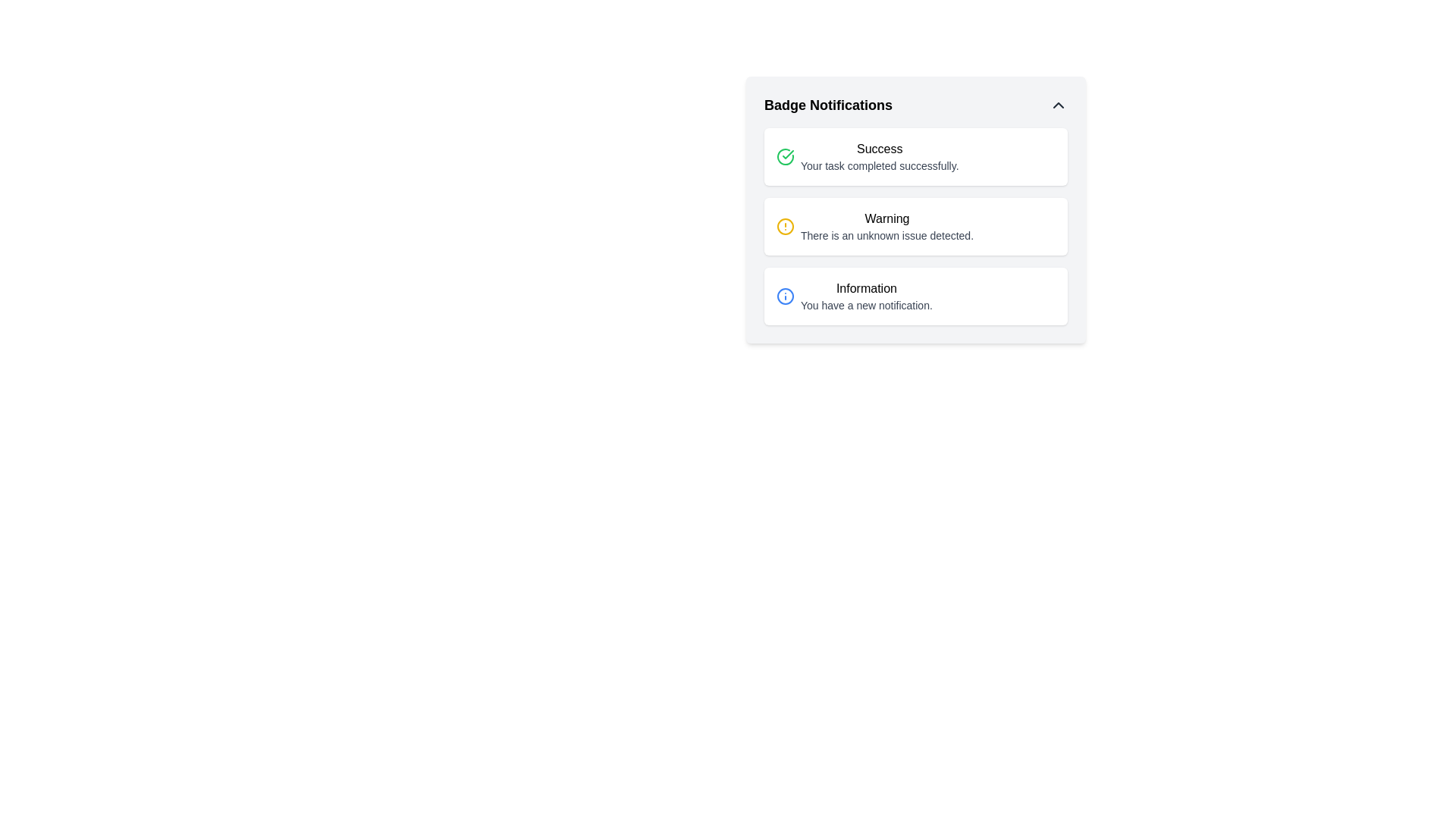 Image resolution: width=1456 pixels, height=819 pixels. I want to click on the 'Warning' text label located at the upper half of the notification card in the 'Badge Notifications' section, which serves as the title for the warning message, so click(887, 219).